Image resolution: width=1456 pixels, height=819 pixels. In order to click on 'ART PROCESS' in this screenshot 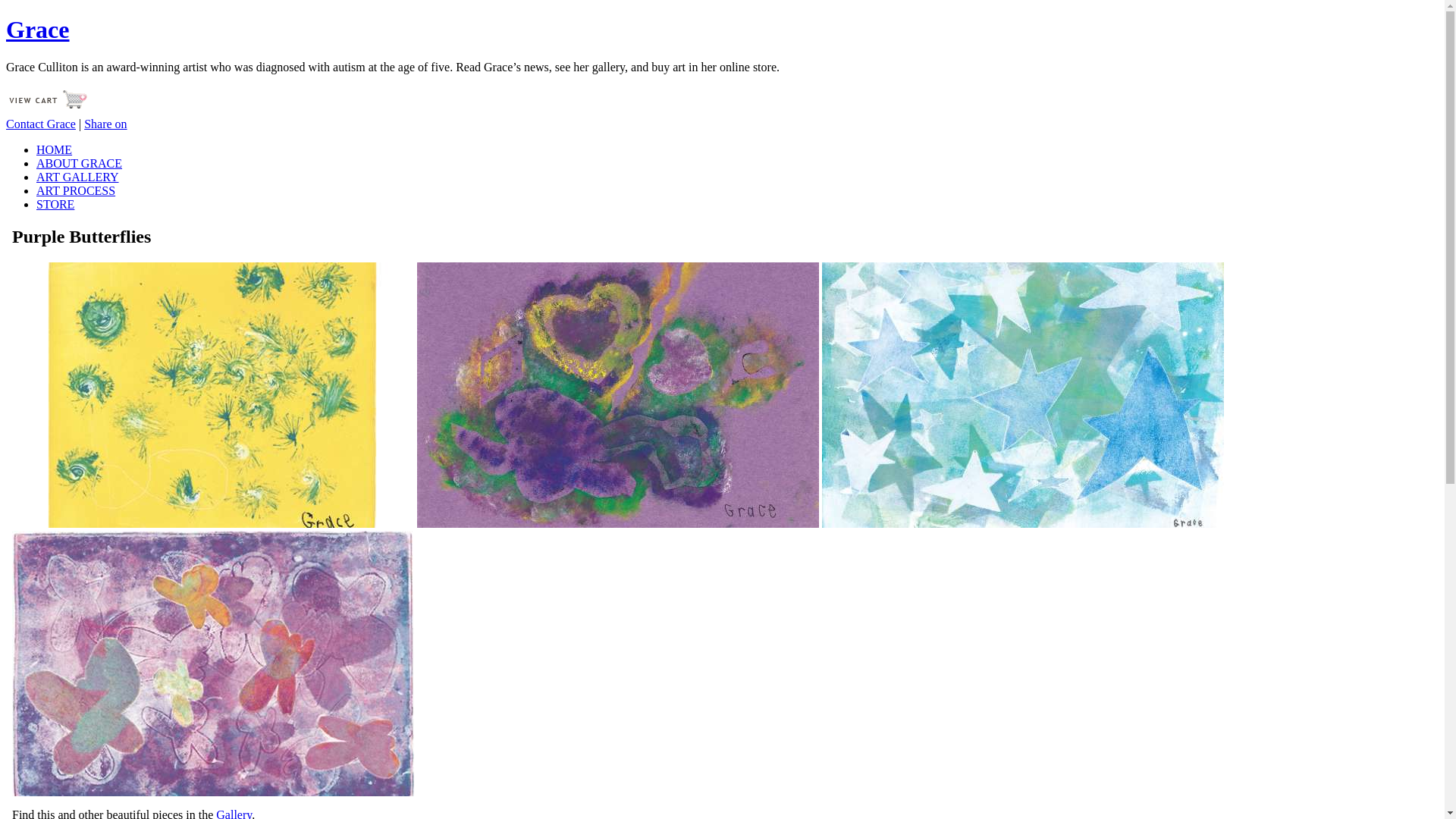, I will do `click(75, 190)`.